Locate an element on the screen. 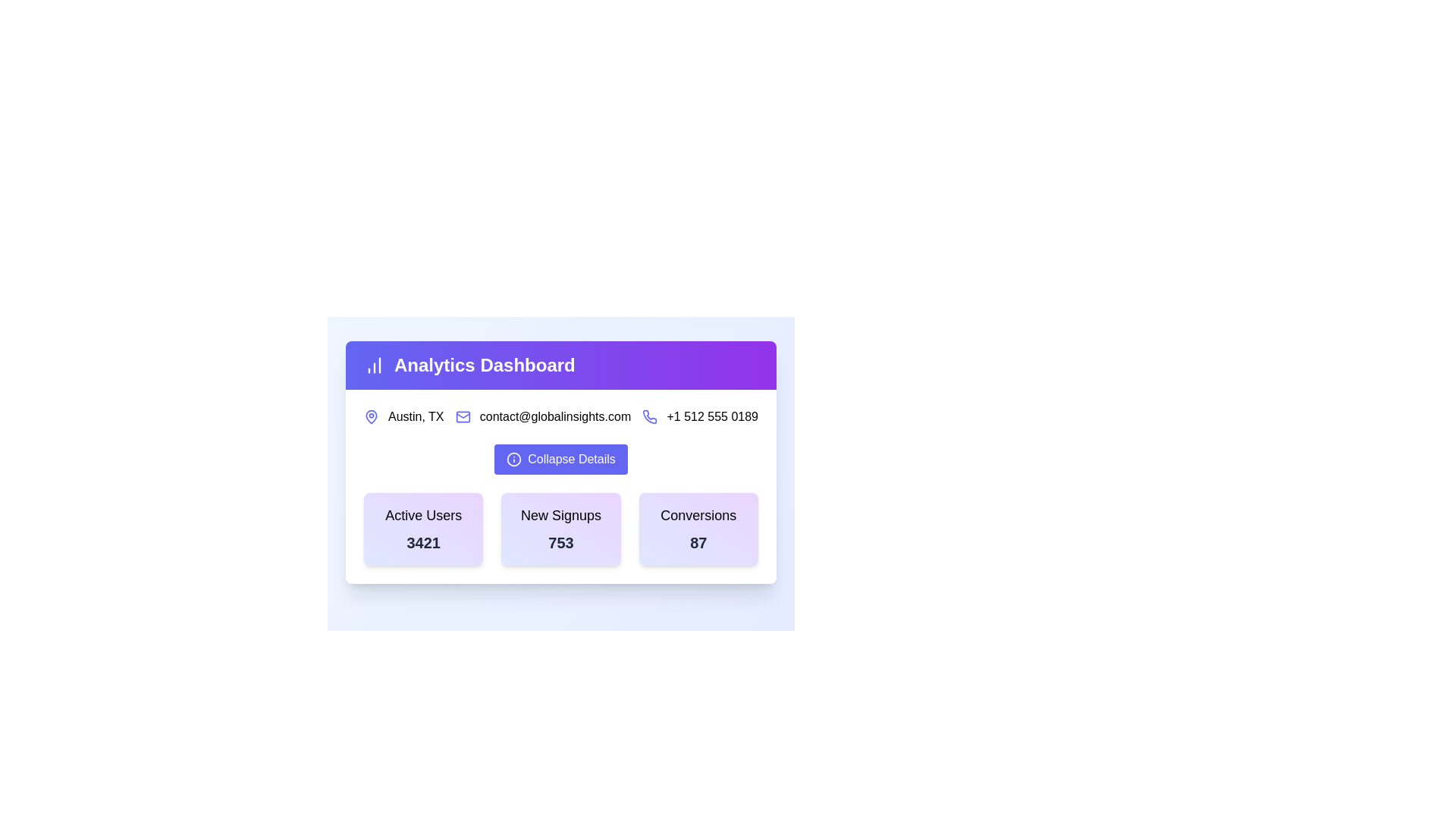  the text-based heading element that serves as the title for the Analytics Dashboard page, positioned horizontally centered at the top header section, to the right of a small column chart icon is located at coordinates (560, 366).